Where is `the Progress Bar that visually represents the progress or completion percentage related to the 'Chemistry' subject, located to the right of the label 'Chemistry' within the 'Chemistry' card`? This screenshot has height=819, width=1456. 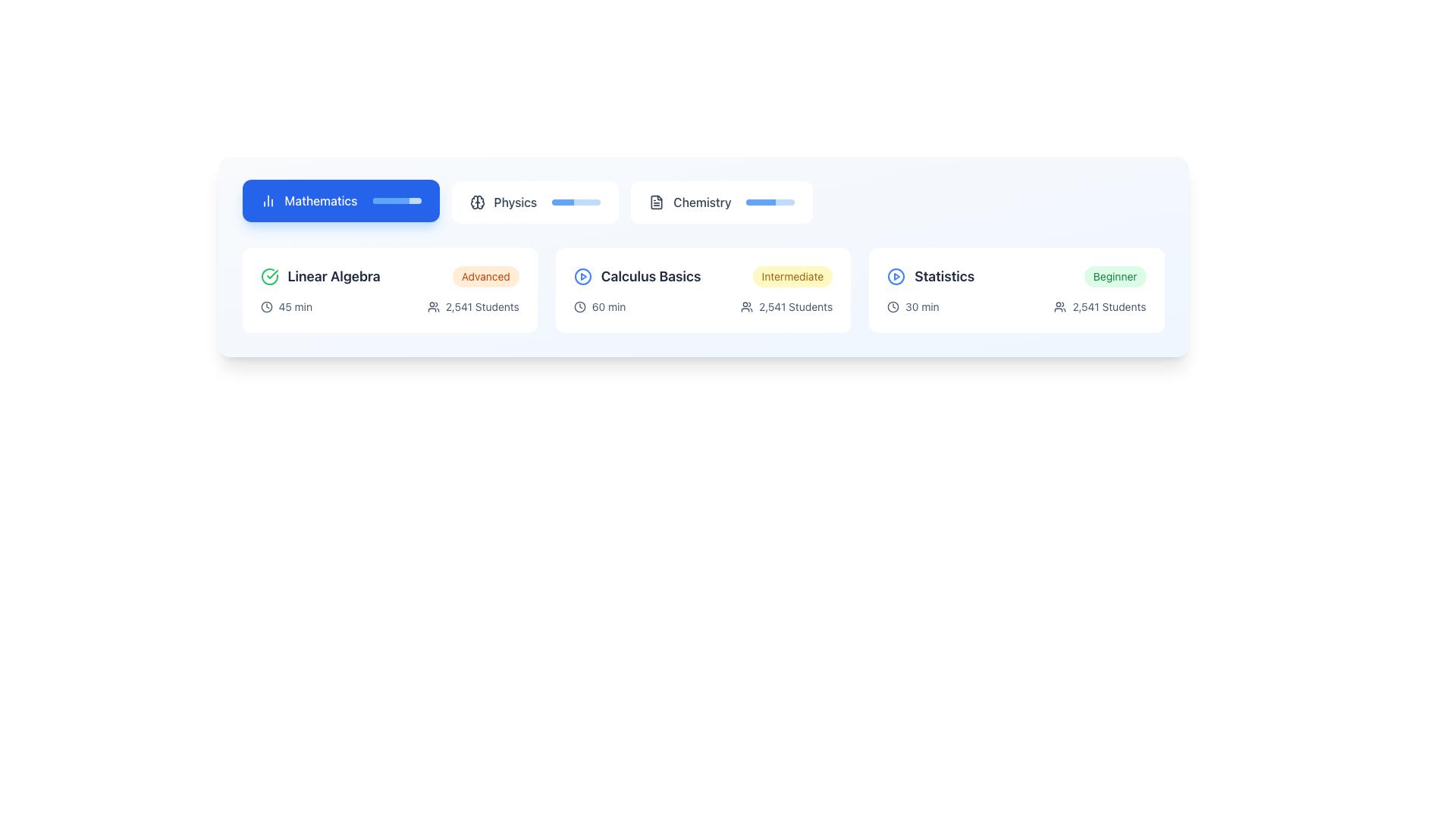 the Progress Bar that visually represents the progress or completion percentage related to the 'Chemistry' subject, located to the right of the label 'Chemistry' within the 'Chemistry' card is located at coordinates (770, 201).